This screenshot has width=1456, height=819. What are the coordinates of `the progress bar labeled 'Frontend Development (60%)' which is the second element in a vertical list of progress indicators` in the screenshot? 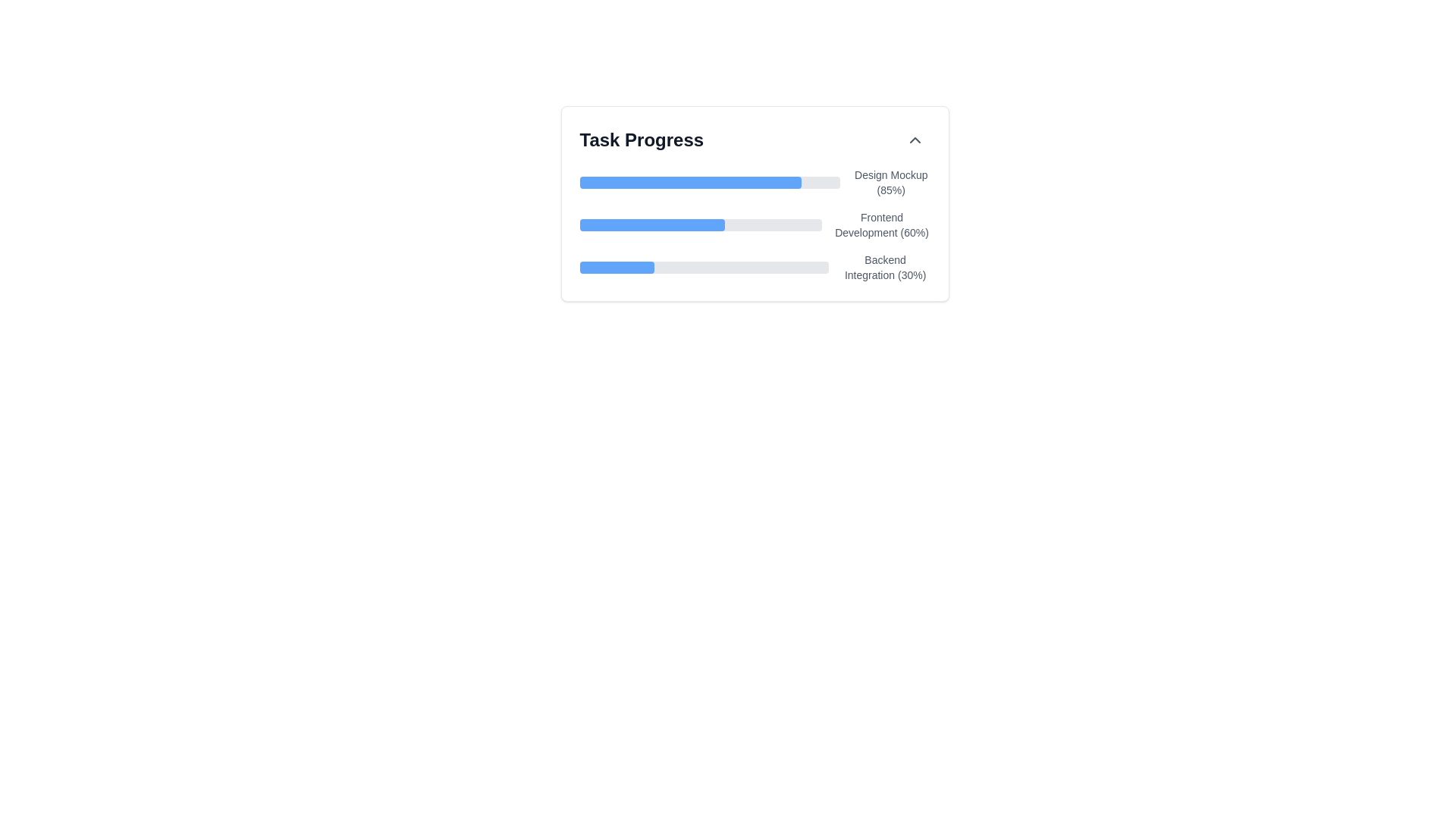 It's located at (755, 225).